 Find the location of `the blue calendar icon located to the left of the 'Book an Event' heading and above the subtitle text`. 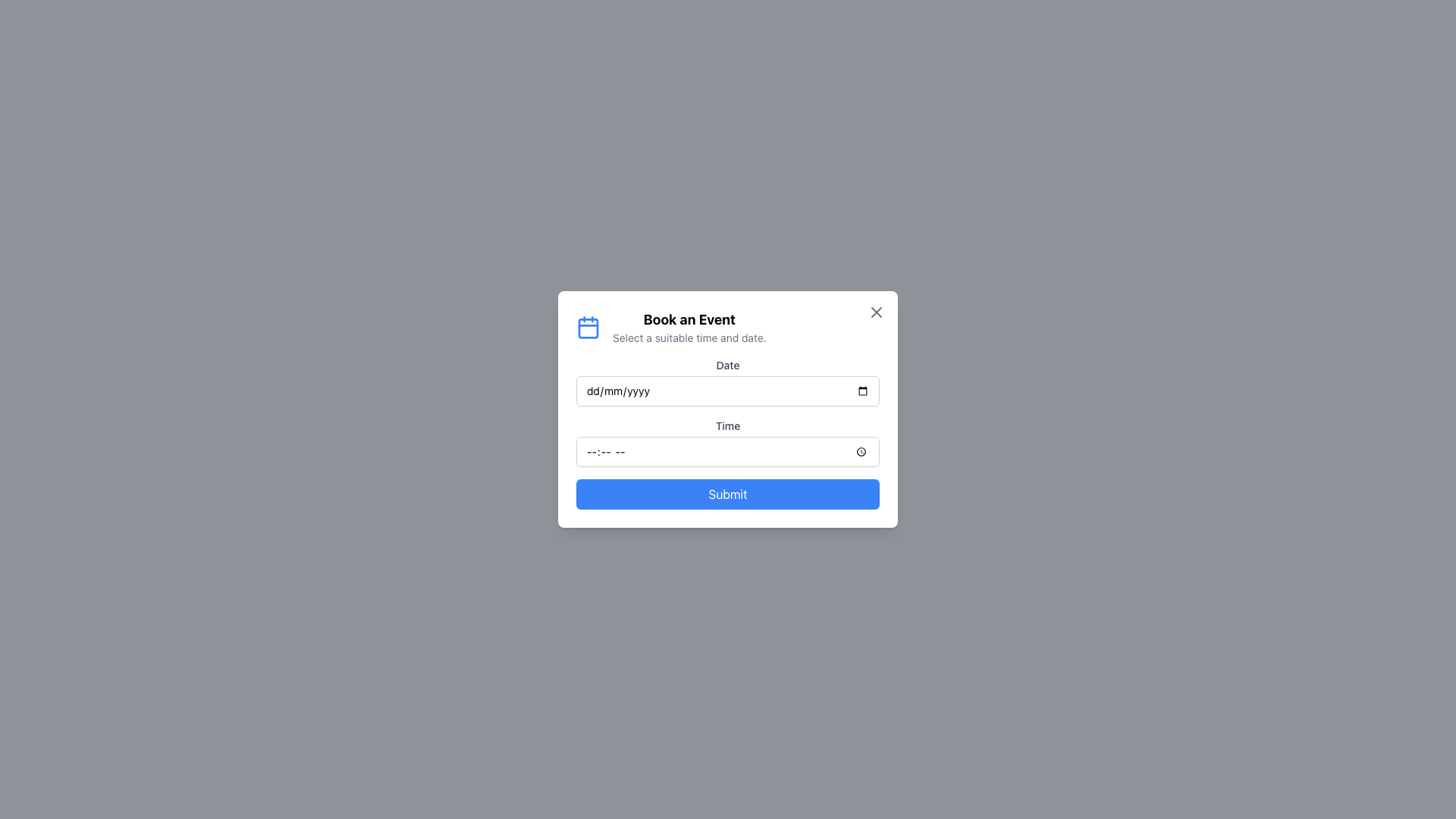

the blue calendar icon located to the left of the 'Book an Event' heading and above the subtitle text is located at coordinates (588, 327).